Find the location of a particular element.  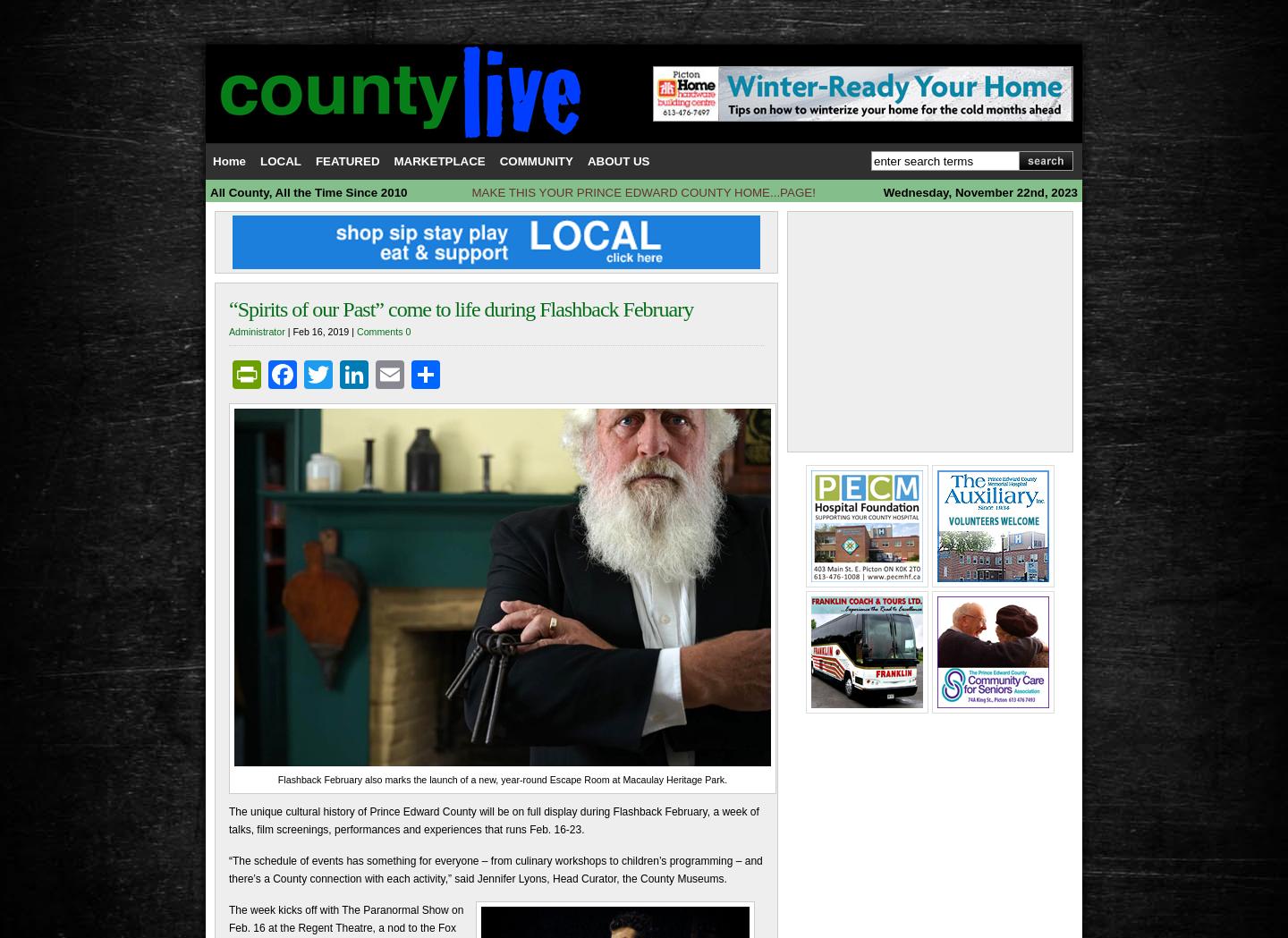

'Twitter' is located at coordinates (374, 373).